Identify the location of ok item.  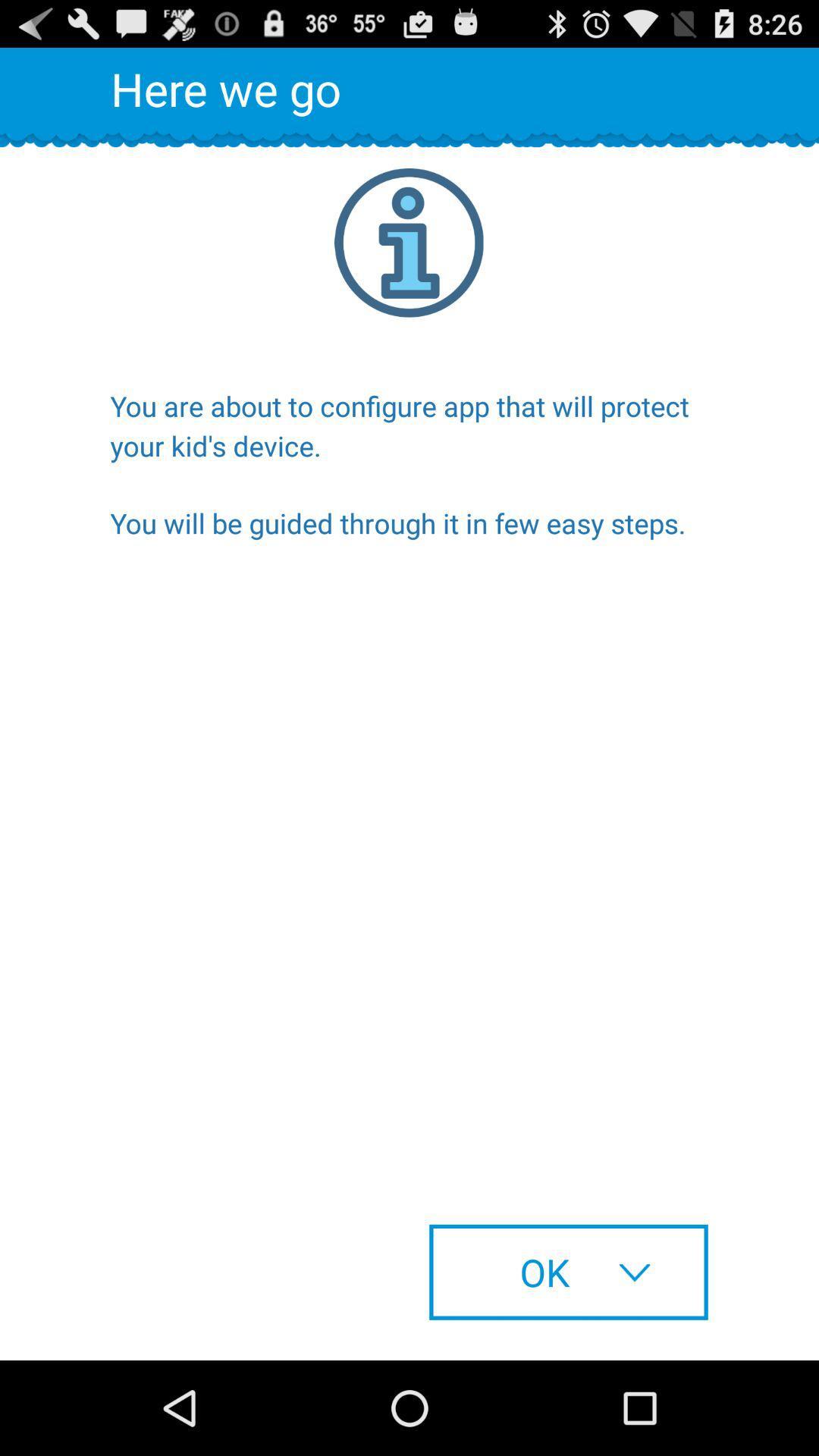
(568, 1272).